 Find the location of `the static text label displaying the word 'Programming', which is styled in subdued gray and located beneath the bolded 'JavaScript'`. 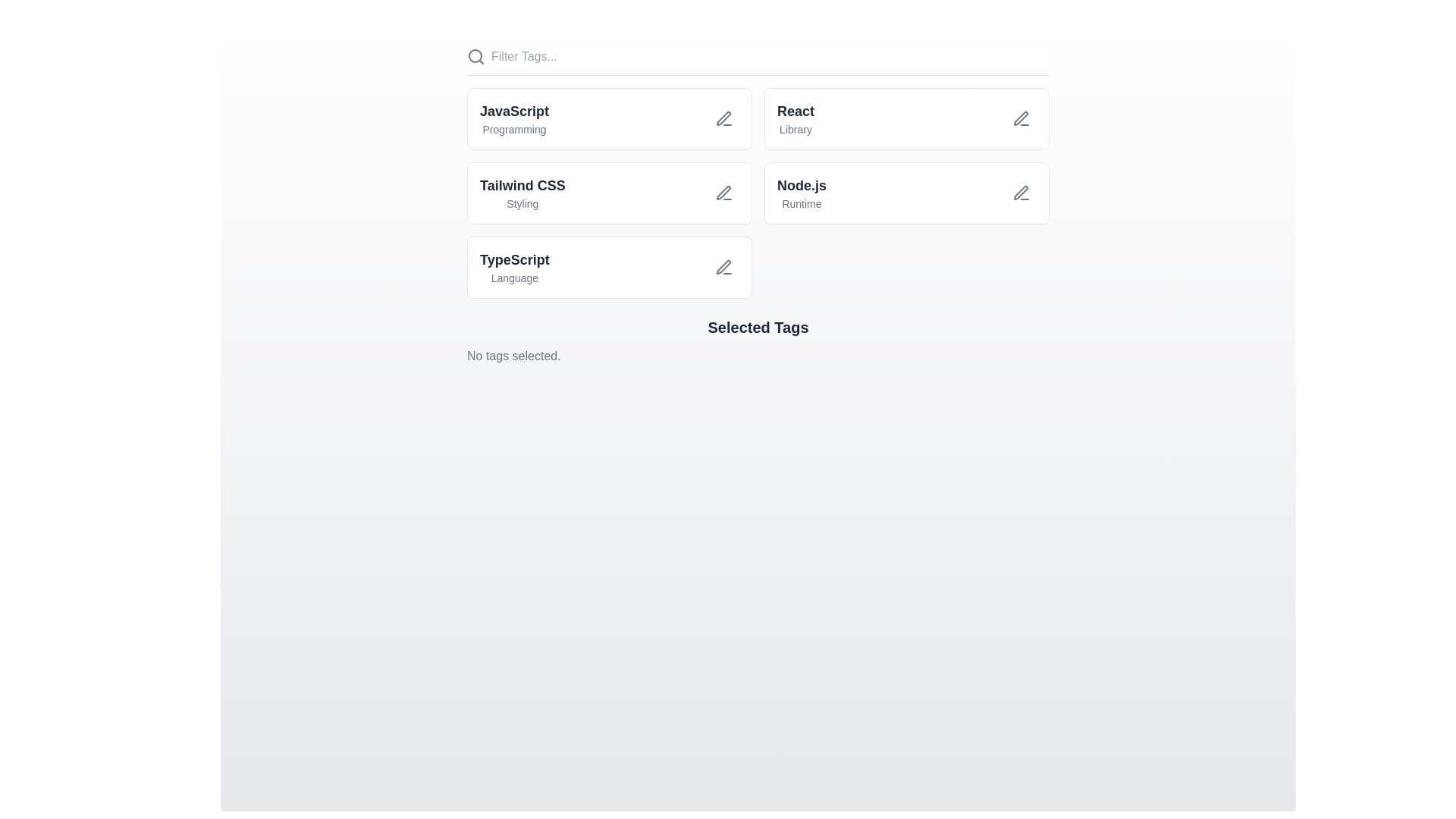

the static text label displaying the word 'Programming', which is styled in subdued gray and located beneath the bolded 'JavaScript' is located at coordinates (514, 128).